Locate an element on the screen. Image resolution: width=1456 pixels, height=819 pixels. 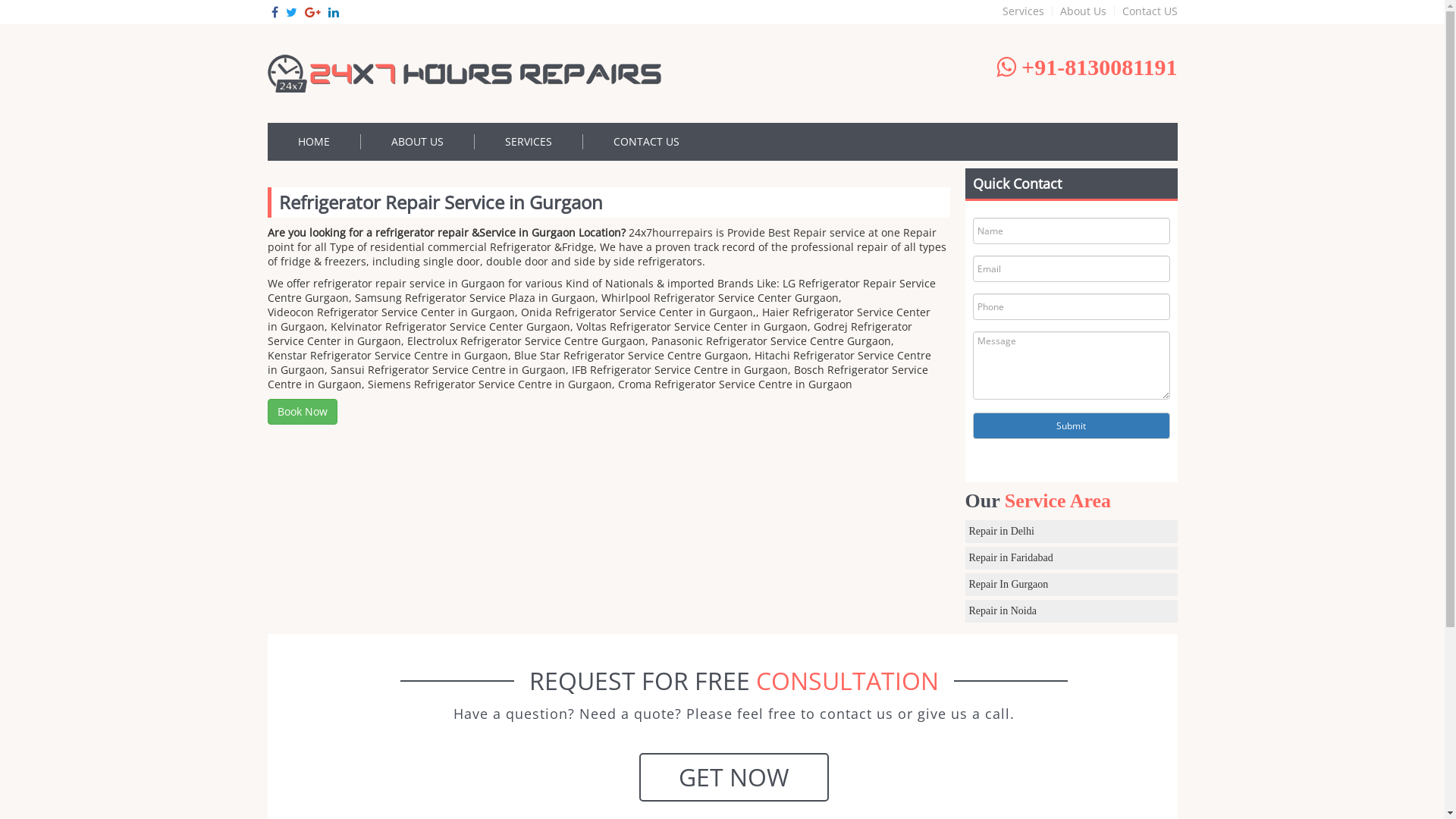
'ABOUT US' is located at coordinates (359, 141).